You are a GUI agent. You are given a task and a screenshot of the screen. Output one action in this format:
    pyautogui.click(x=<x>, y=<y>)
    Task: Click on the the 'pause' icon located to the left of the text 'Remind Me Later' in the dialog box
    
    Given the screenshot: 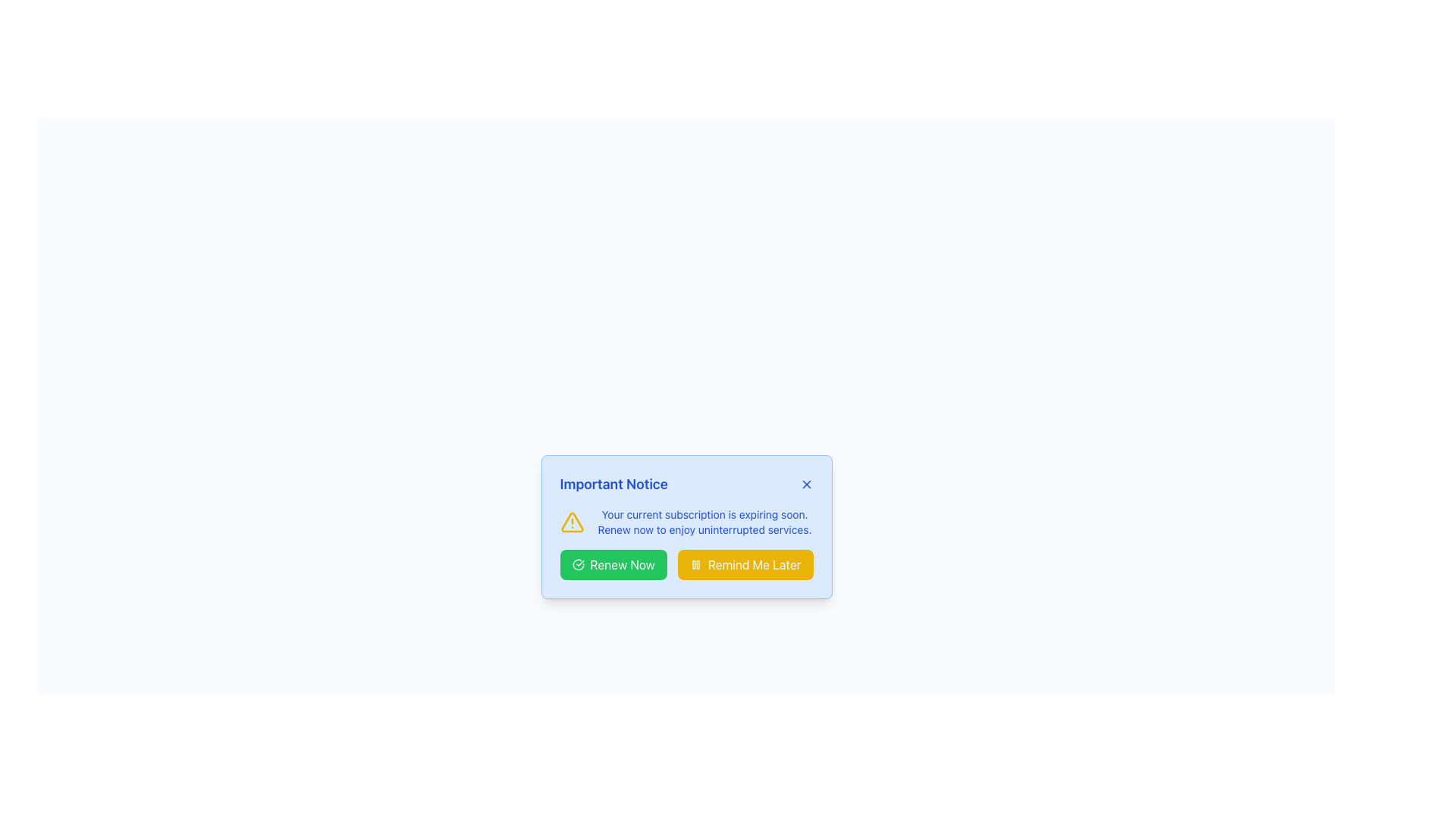 What is the action you would take?
    pyautogui.click(x=695, y=564)
    